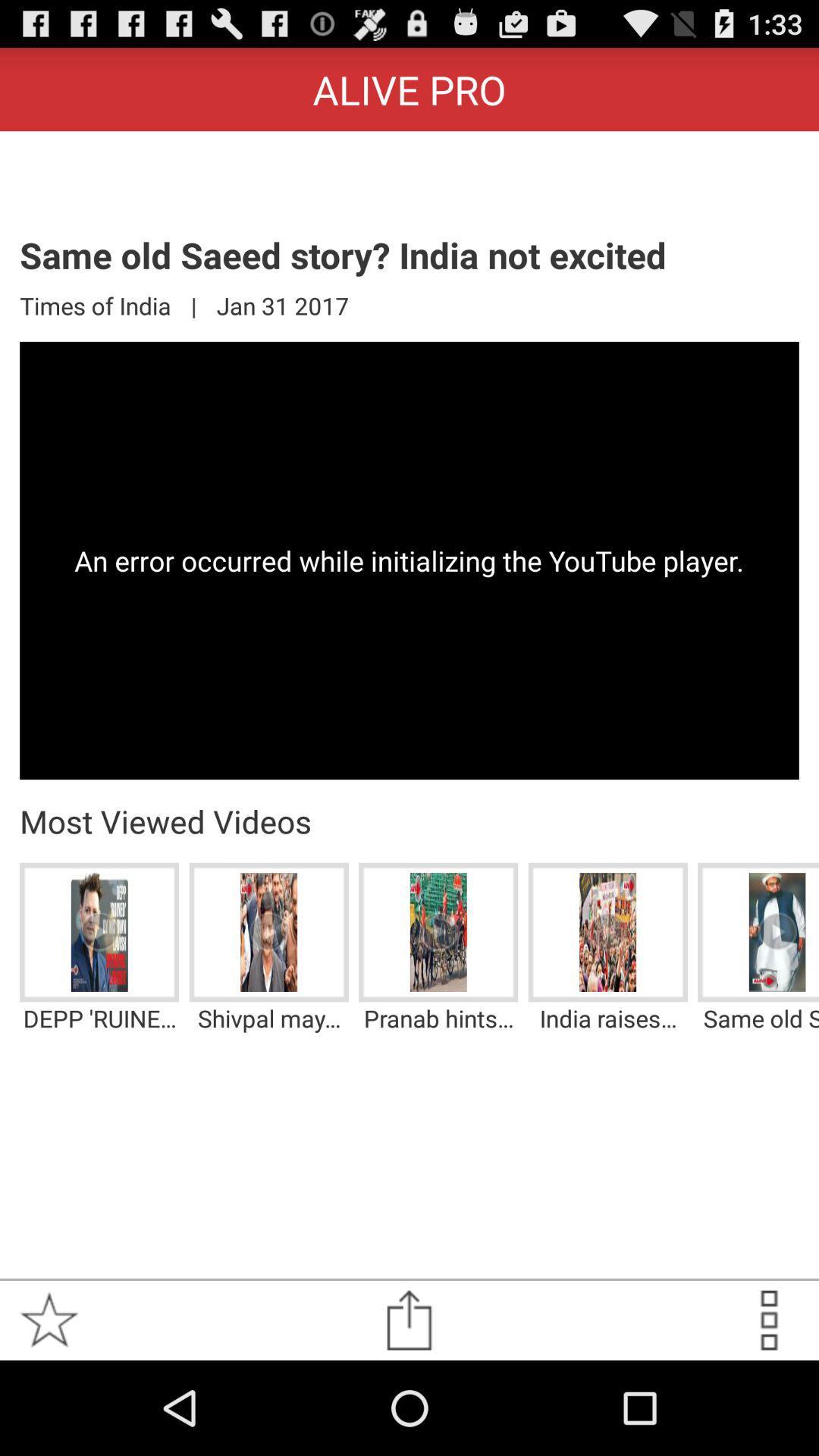  I want to click on send link, so click(408, 1319).